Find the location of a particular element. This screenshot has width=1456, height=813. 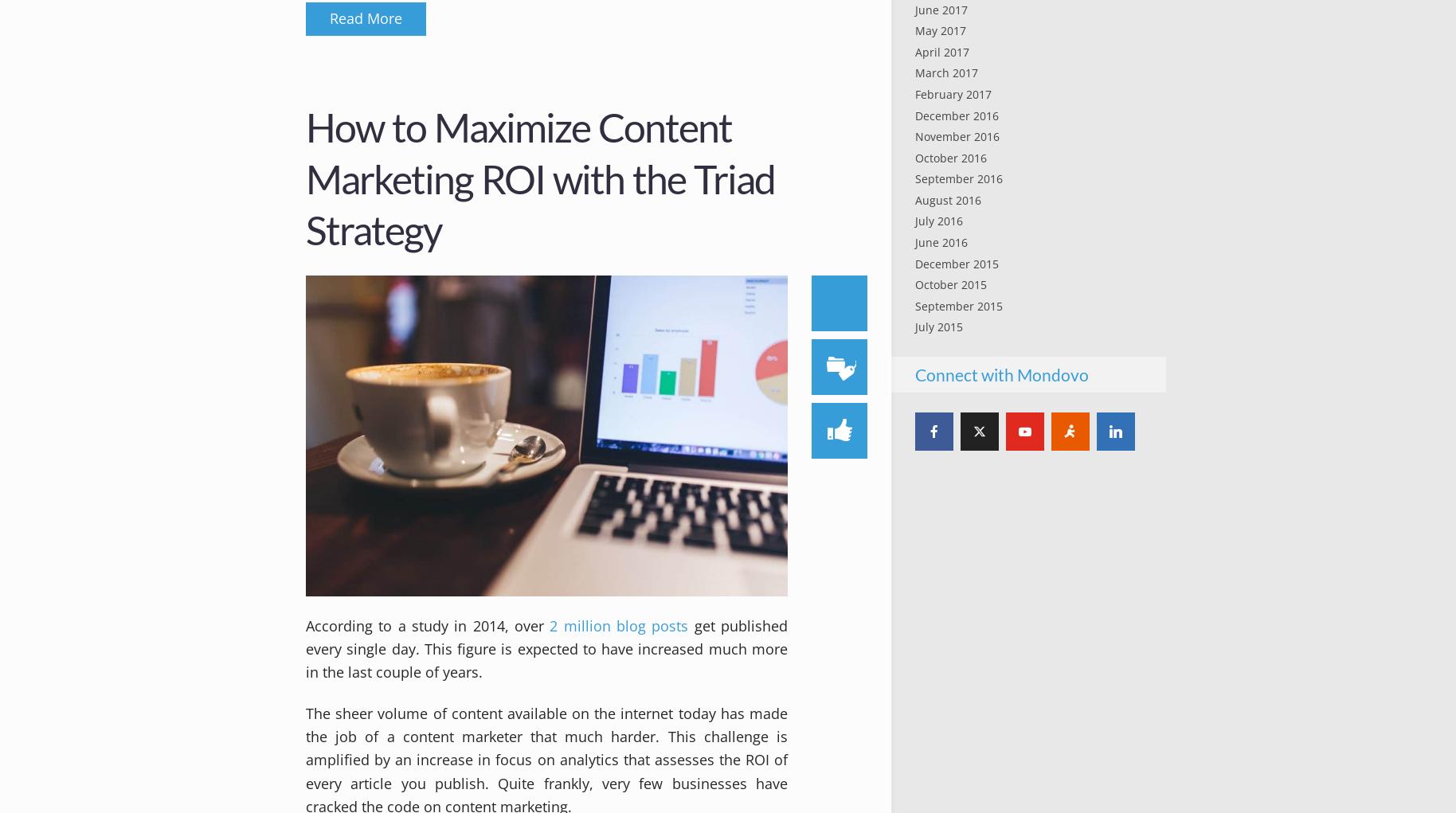

'October 2015' is located at coordinates (950, 284).